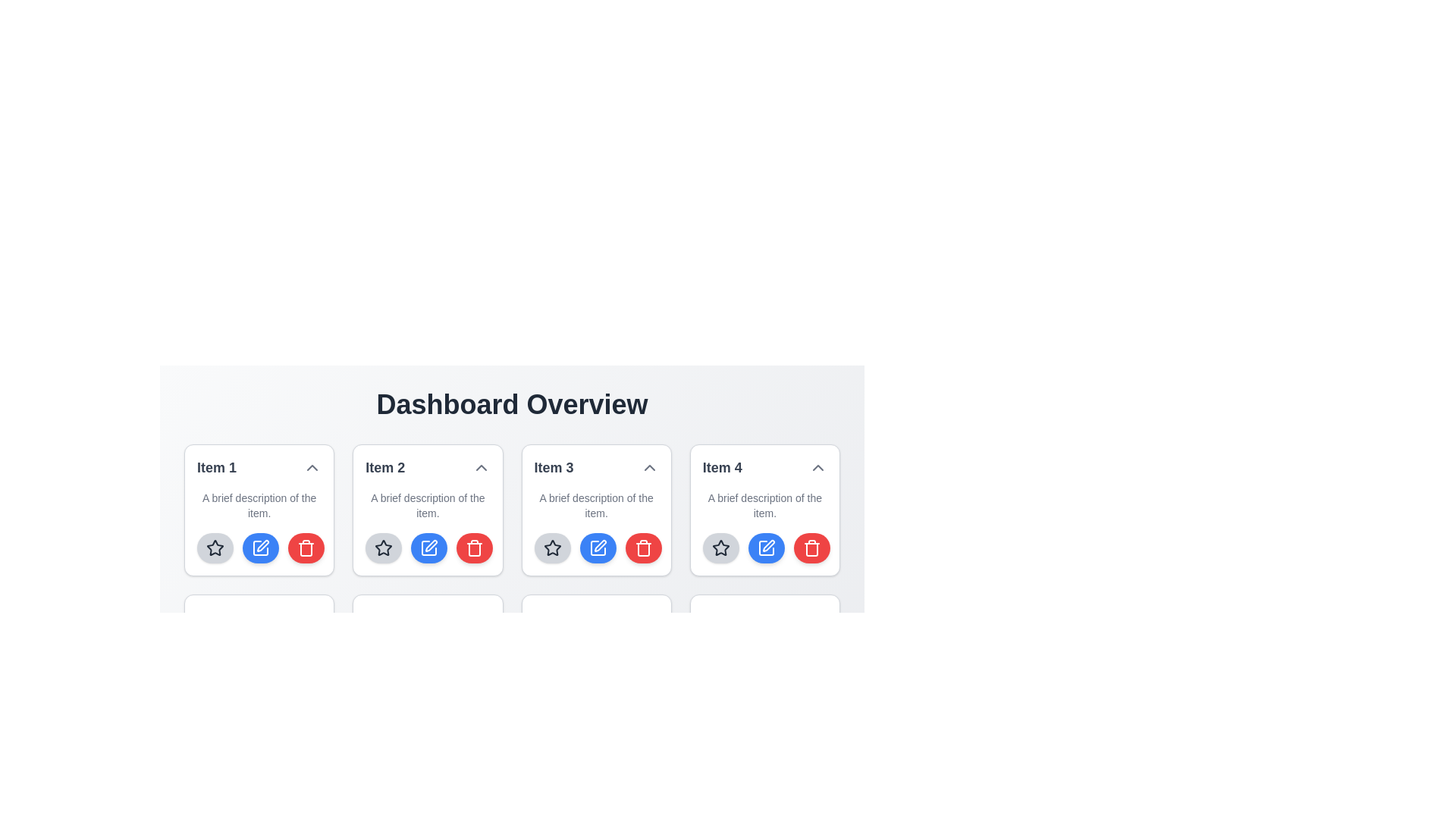 This screenshot has width=1456, height=819. What do you see at coordinates (766, 698) in the screenshot?
I see `the edit button` at bounding box center [766, 698].